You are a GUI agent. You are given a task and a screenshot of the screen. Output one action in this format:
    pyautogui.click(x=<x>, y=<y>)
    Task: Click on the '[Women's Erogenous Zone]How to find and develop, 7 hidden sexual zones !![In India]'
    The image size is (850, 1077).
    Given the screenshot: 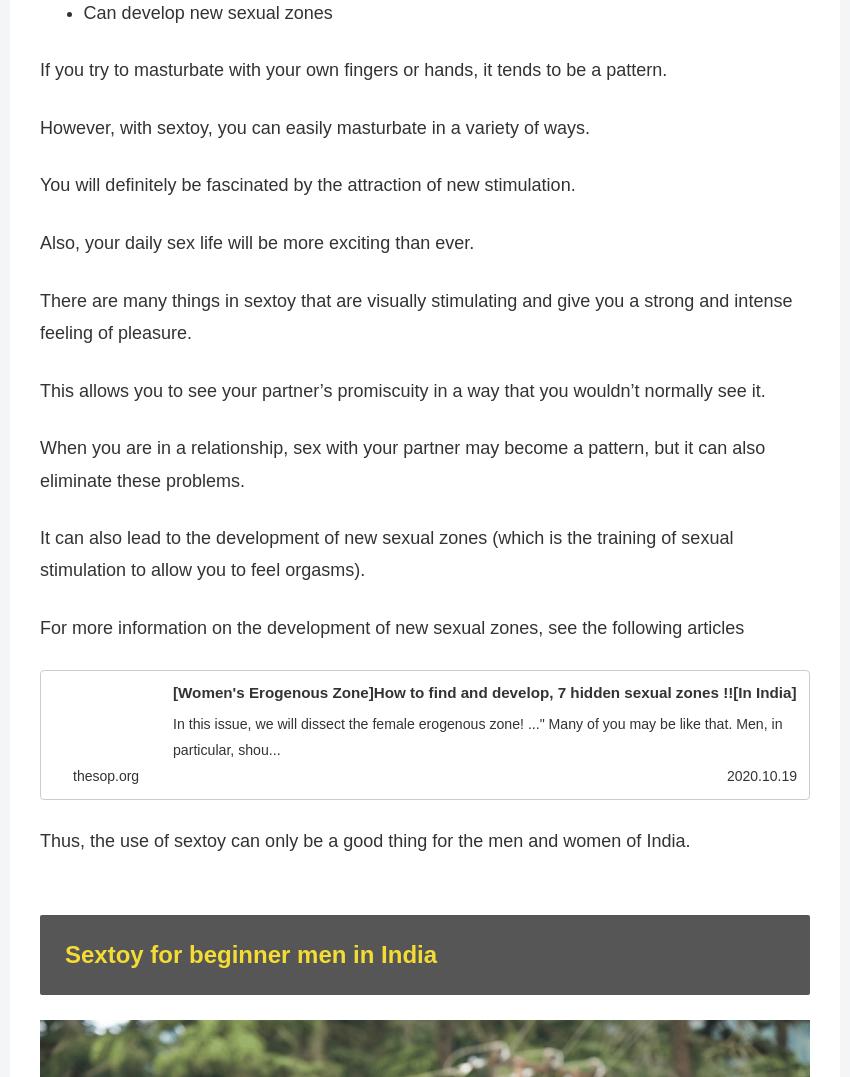 What is the action you would take?
    pyautogui.click(x=484, y=690)
    